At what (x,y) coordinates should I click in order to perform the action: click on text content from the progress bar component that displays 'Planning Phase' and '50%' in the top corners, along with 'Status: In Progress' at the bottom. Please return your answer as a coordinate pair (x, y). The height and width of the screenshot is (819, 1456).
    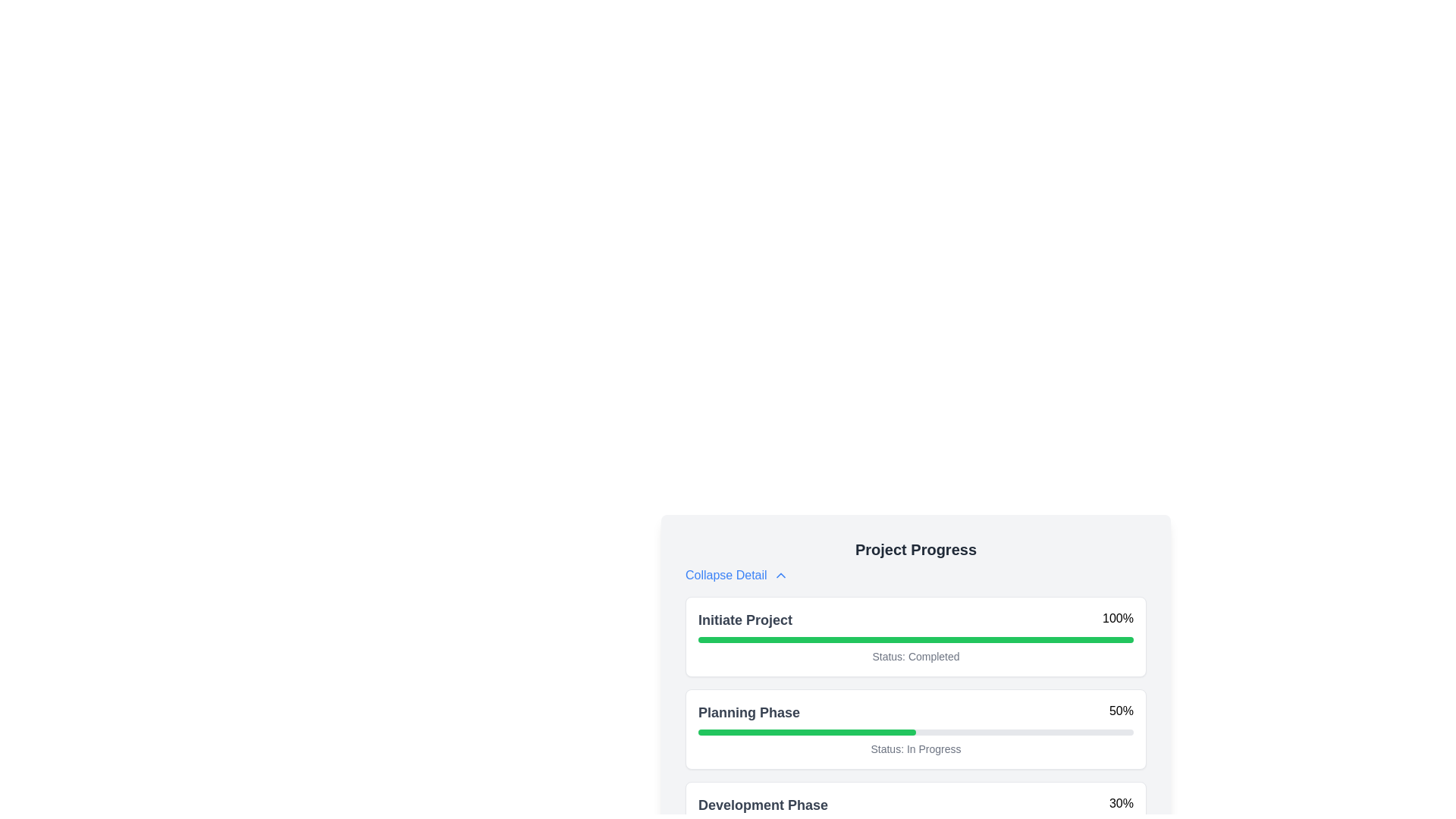
    Looking at the image, I should click on (915, 728).